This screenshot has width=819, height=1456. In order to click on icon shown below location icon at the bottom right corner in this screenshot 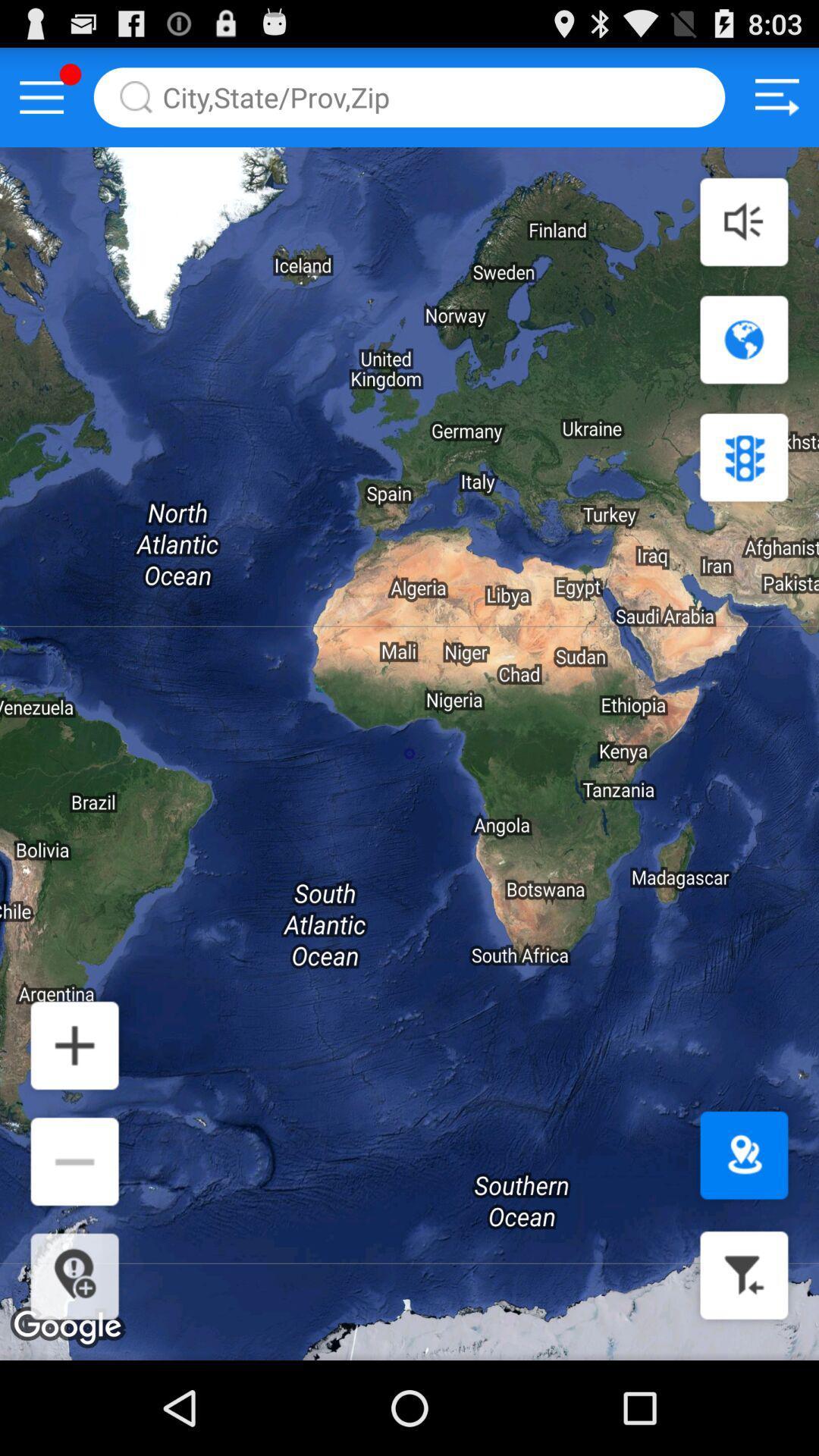, I will do `click(743, 1274)`.